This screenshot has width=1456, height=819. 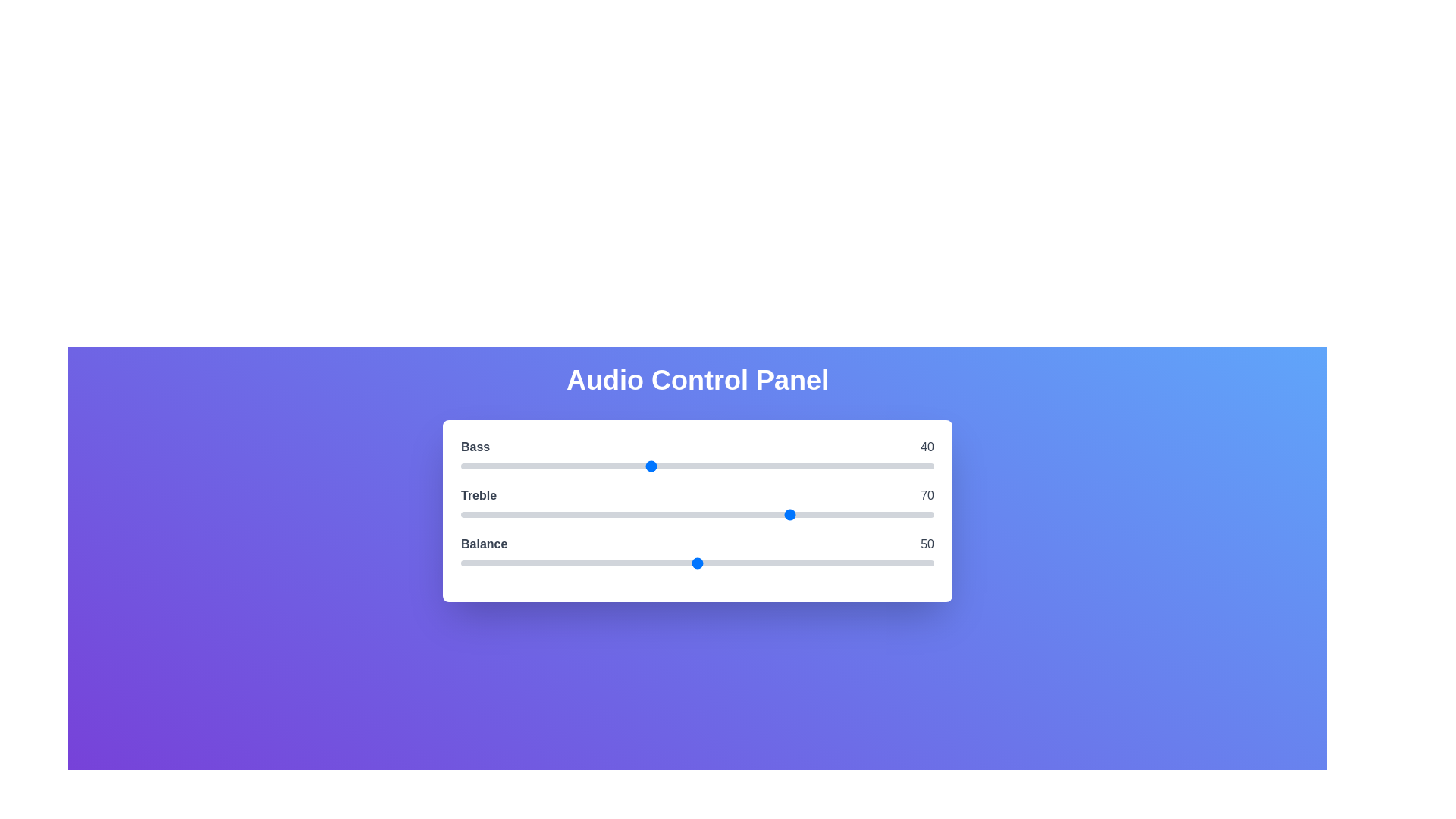 I want to click on the 1 slider to 17, so click(x=541, y=513).